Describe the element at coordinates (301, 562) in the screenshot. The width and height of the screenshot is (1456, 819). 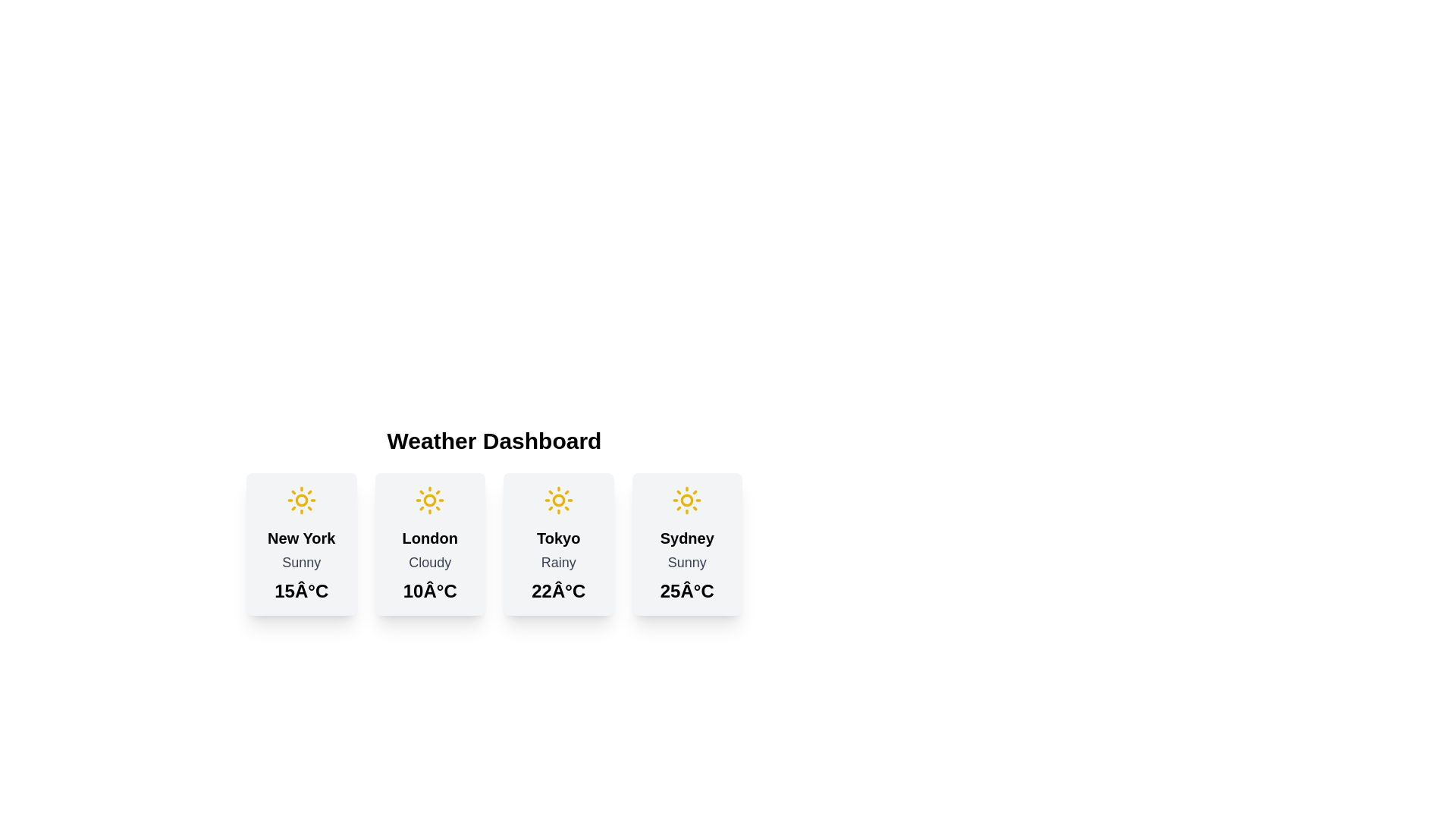
I see `the static text label displaying 'Sunny' in gray, which is located below the 'New York' heading and above the '15°C' temperature label` at that location.